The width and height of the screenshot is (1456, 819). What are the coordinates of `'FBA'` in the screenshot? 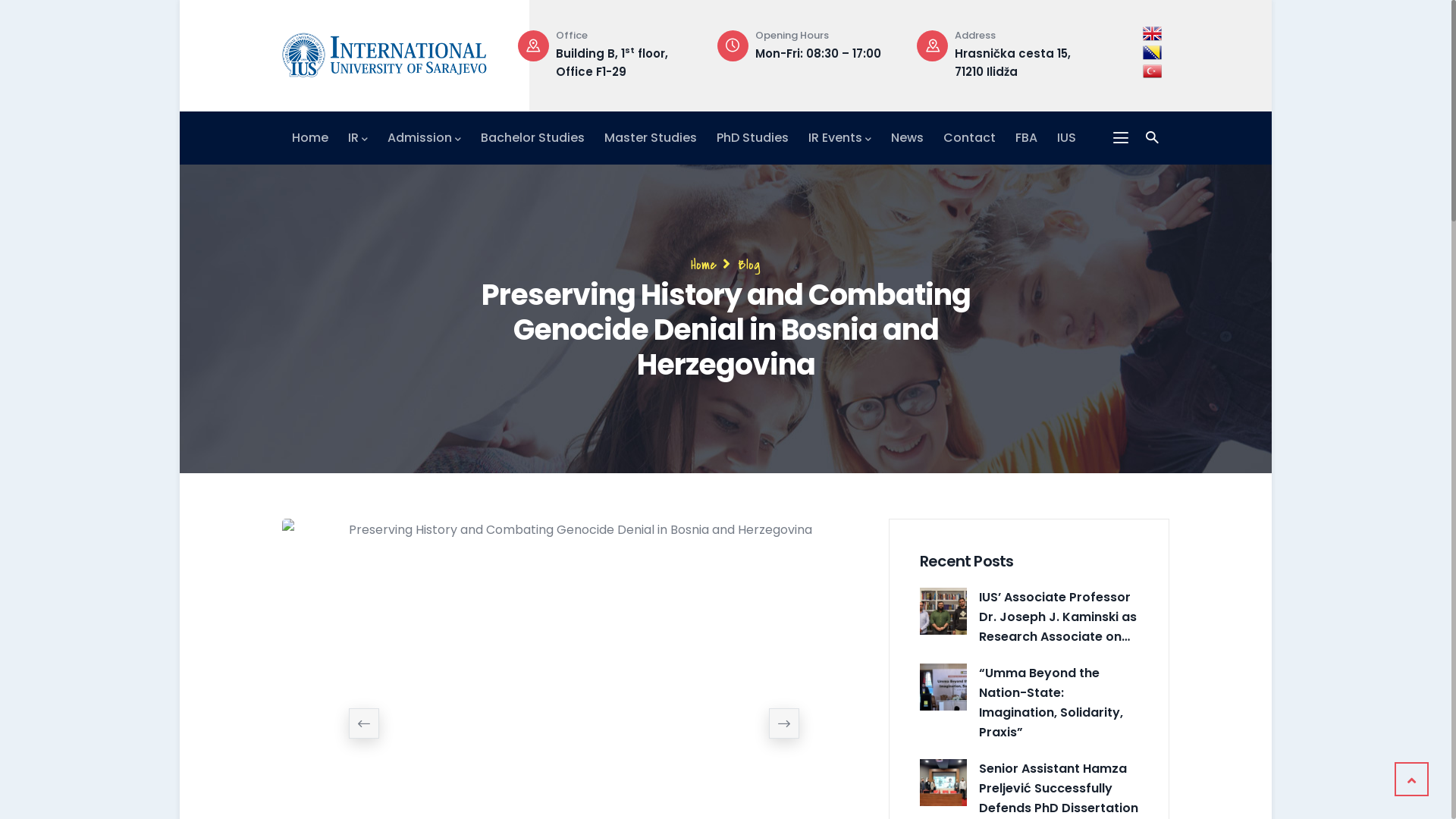 It's located at (1026, 137).